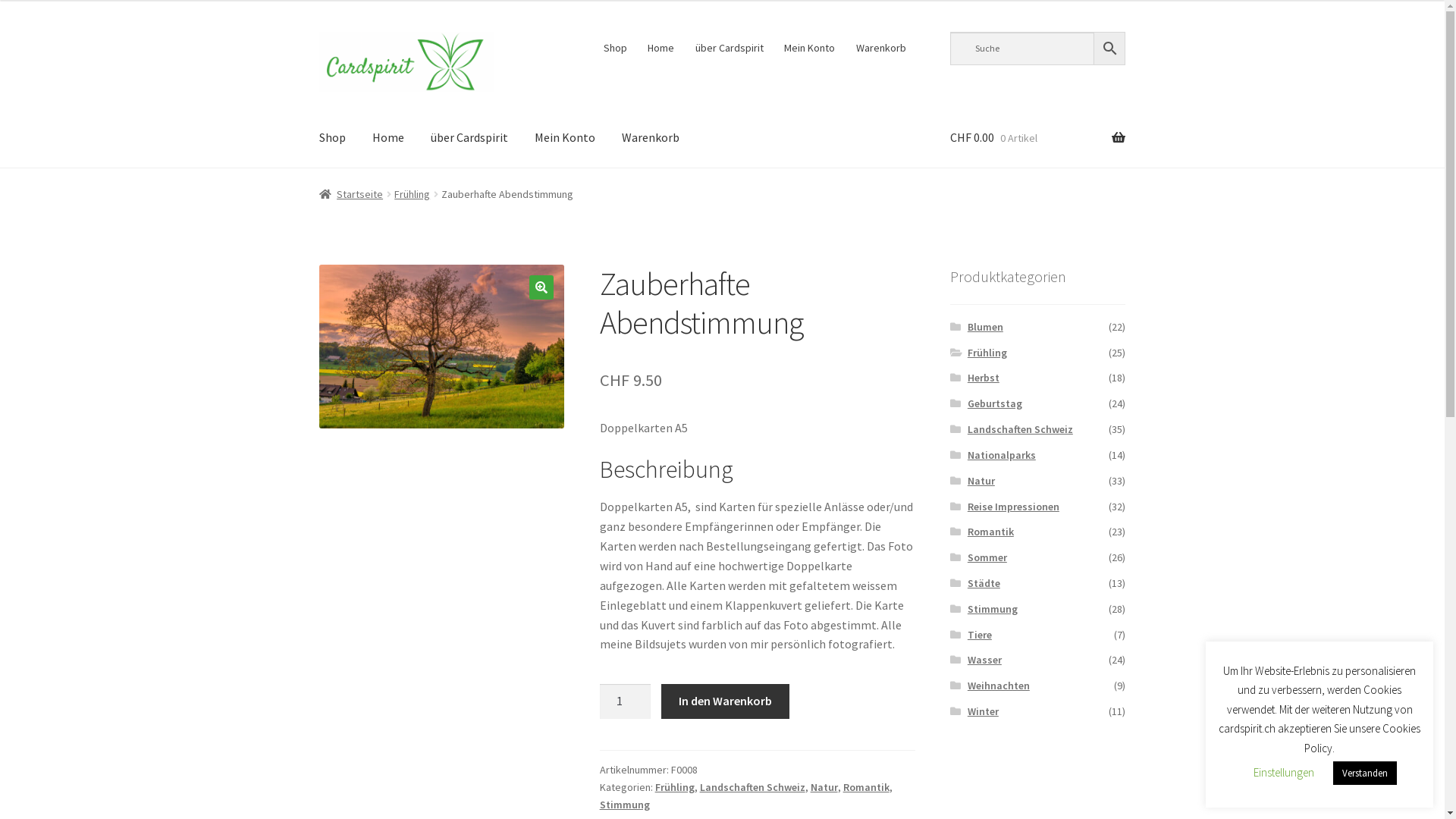 The image size is (1456, 819). Describe the element at coordinates (979, 635) in the screenshot. I see `'Tiere'` at that location.